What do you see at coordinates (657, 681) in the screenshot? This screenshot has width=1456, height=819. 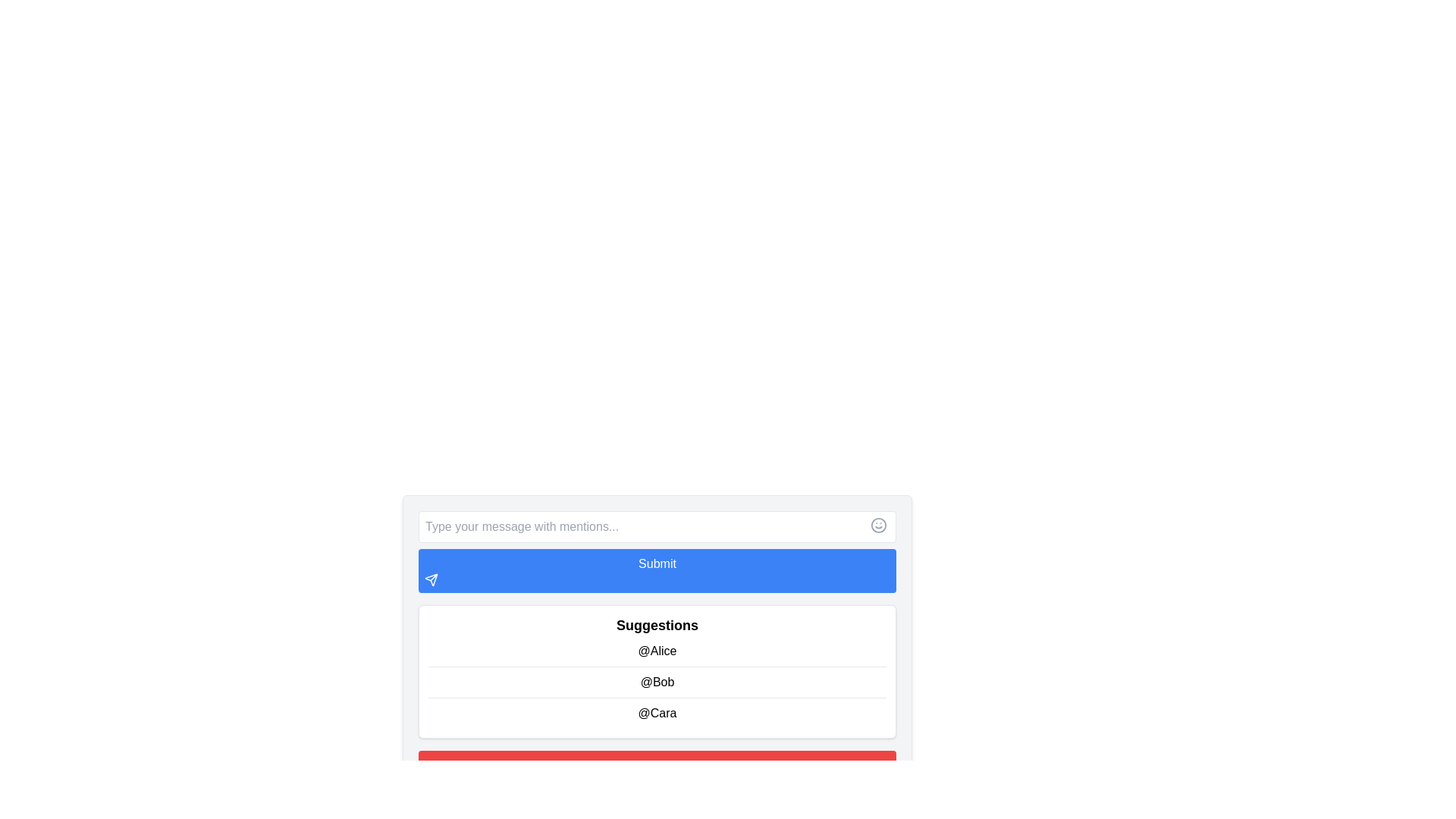 I see `the second entry in the suggestions list, which follows '@Alice' and precedes '@Cara'` at bounding box center [657, 681].